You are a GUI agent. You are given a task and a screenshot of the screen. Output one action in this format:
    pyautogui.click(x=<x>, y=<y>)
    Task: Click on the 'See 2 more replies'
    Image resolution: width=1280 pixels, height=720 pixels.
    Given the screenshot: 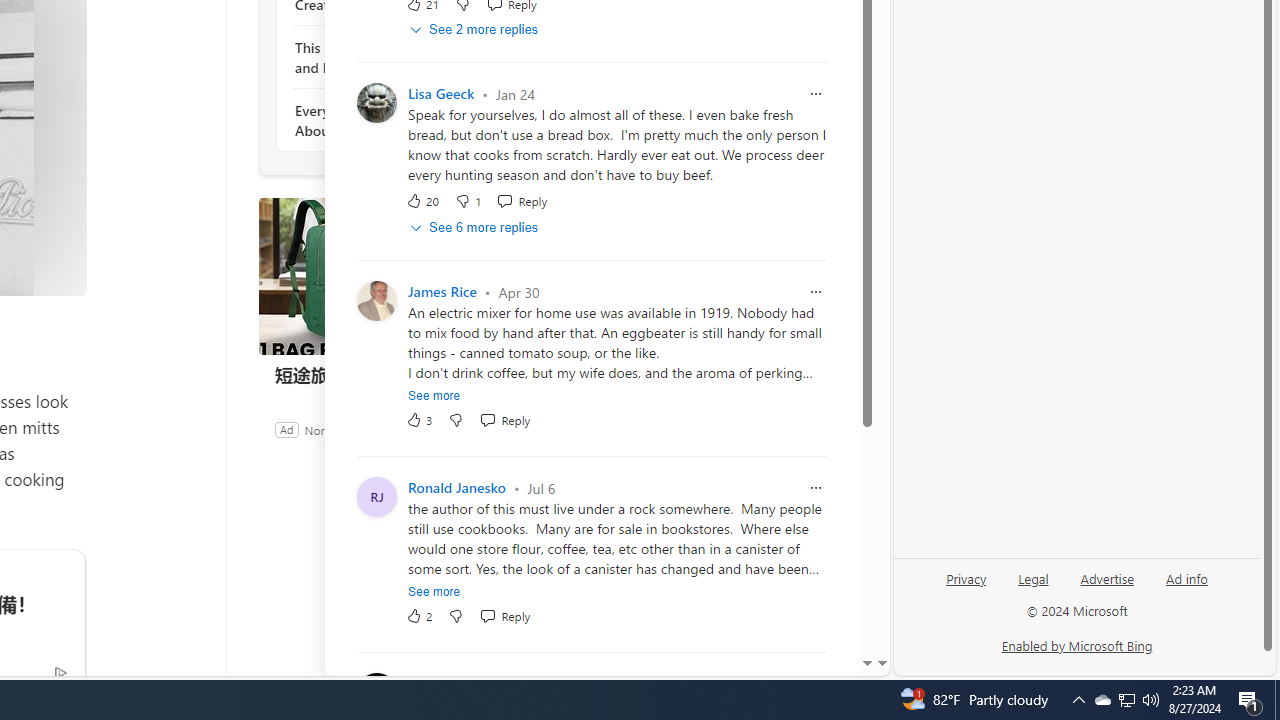 What is the action you would take?
    pyautogui.click(x=475, y=30)
    